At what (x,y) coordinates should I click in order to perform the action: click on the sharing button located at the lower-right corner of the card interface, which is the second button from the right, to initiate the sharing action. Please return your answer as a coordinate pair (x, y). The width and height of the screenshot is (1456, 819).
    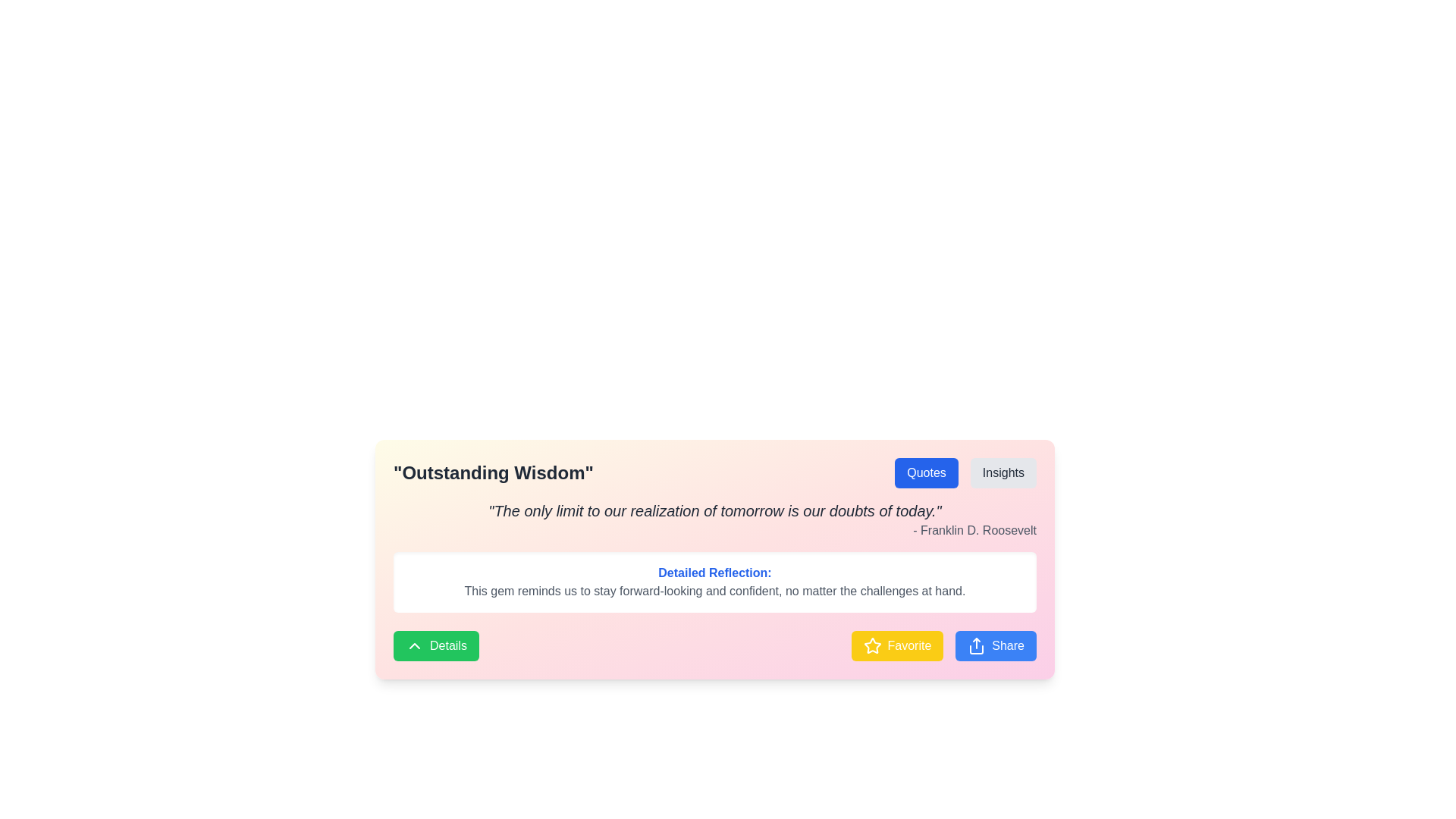
    Looking at the image, I should click on (996, 646).